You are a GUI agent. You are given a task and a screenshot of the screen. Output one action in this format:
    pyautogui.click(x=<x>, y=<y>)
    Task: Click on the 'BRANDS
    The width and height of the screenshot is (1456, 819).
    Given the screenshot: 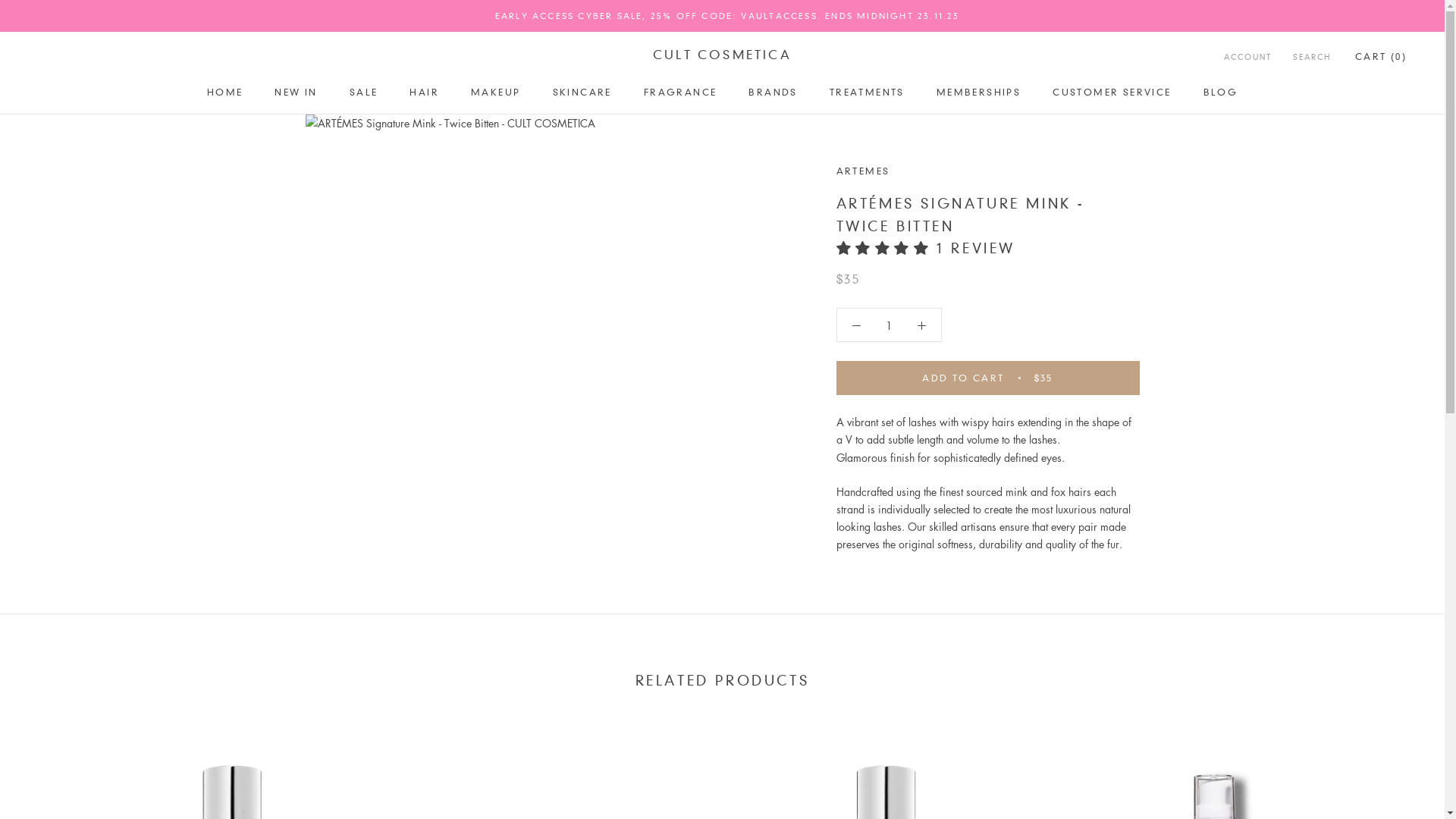 What is the action you would take?
    pyautogui.click(x=772, y=92)
    